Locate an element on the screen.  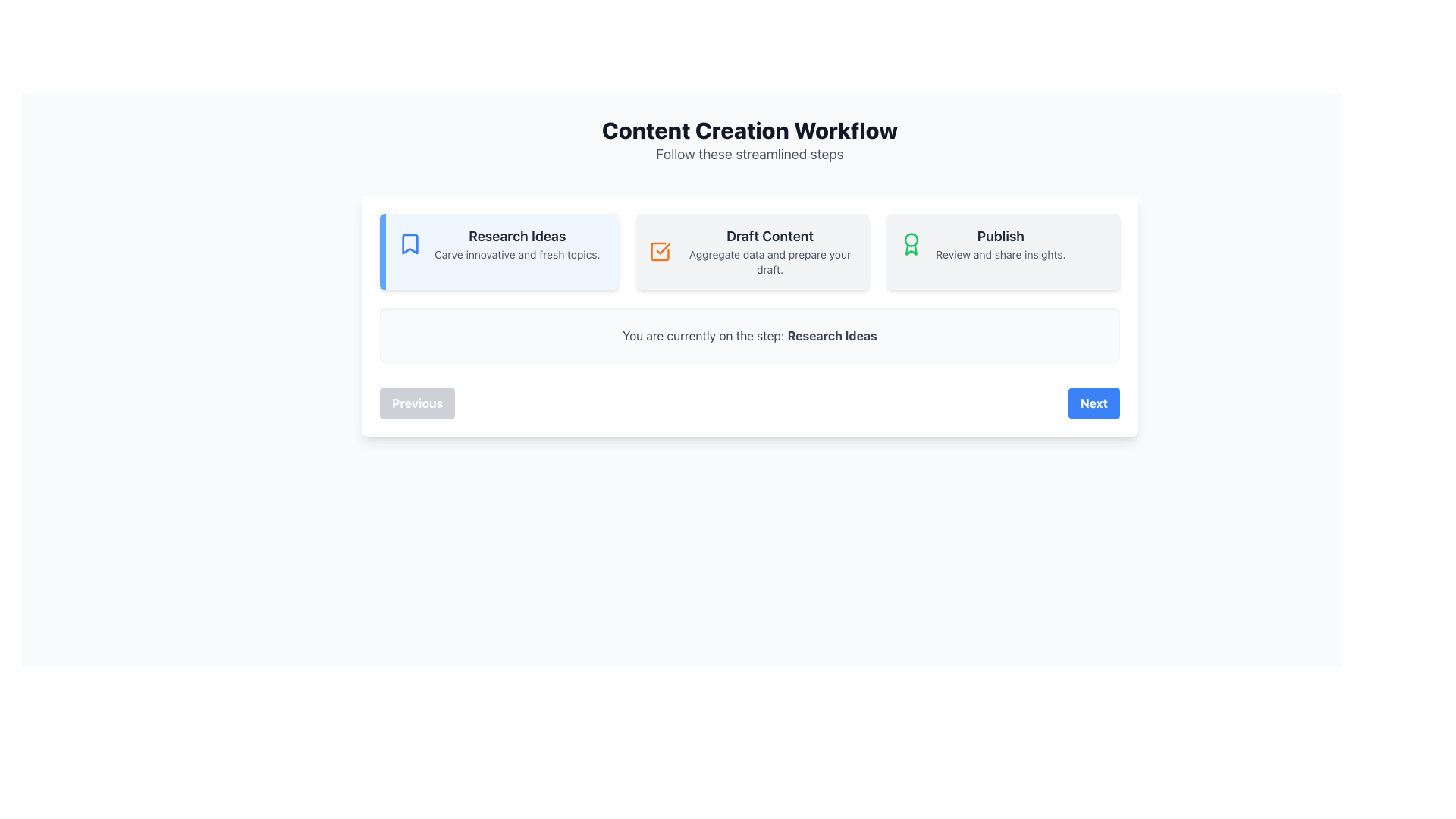
the green award medal icon located in the 'Publish' section, to the left of the 'Publish' title and 'Review and share insights.' subtitle is located at coordinates (911, 243).